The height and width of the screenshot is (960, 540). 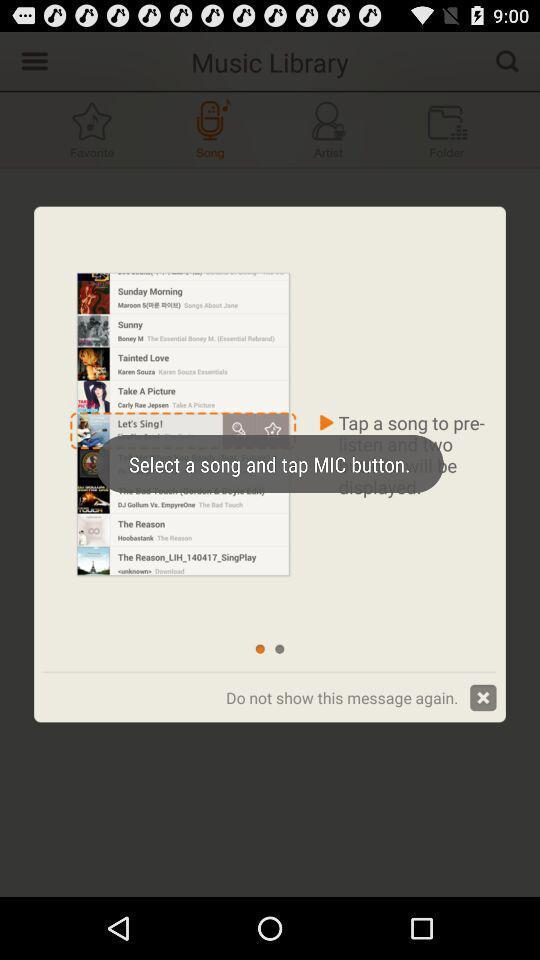 I want to click on music library settings, so click(x=31, y=59).